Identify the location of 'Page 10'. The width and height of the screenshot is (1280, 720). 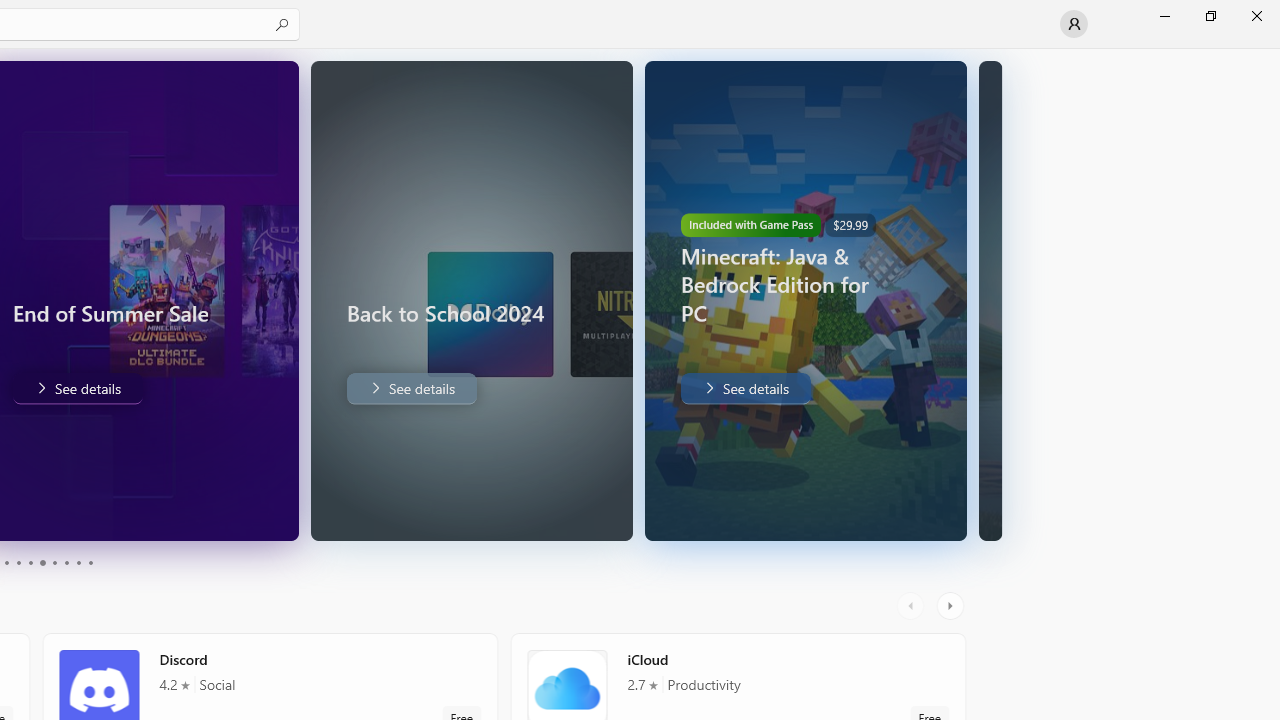
(89, 563).